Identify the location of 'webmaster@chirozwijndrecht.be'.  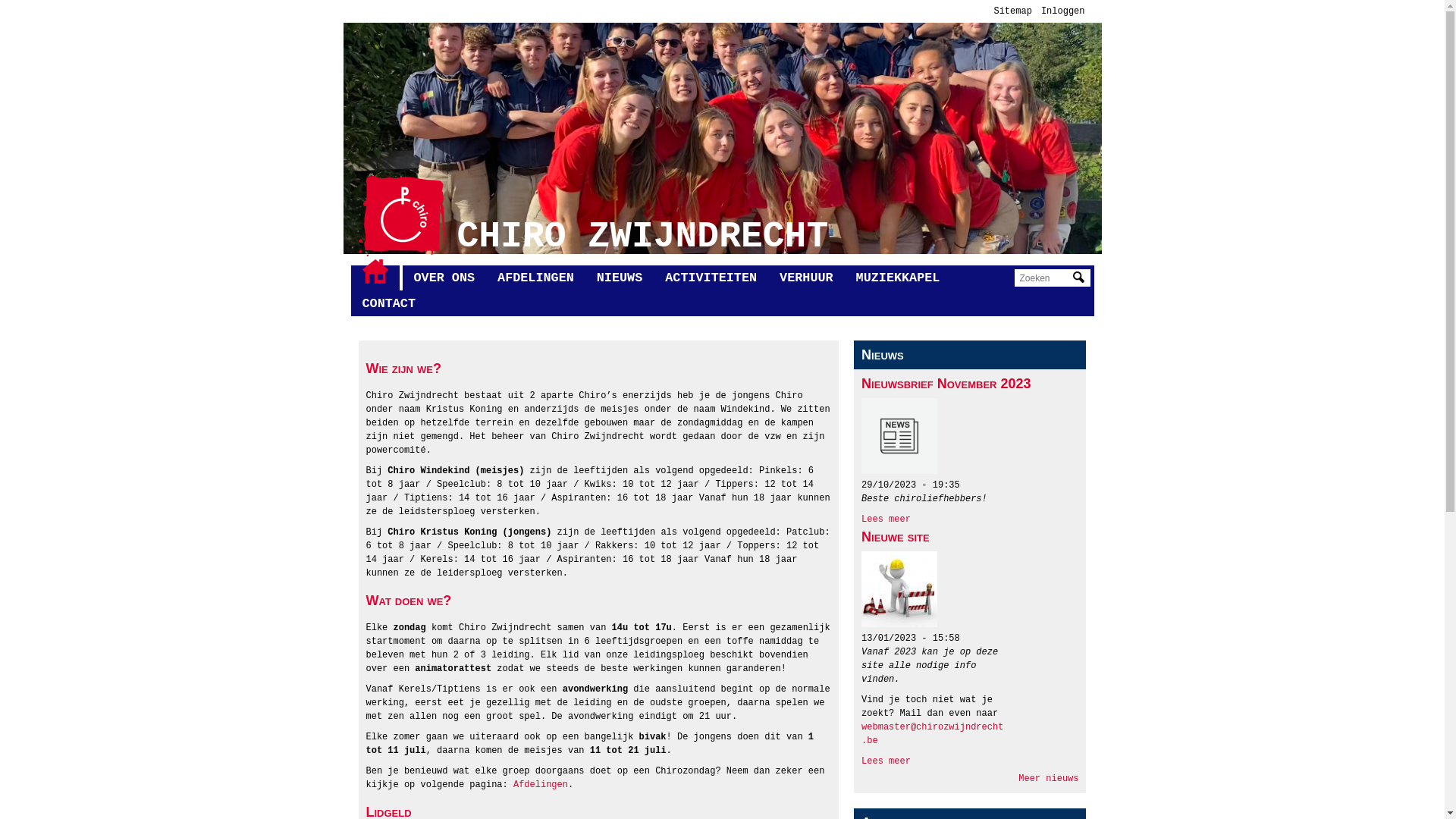
(861, 733).